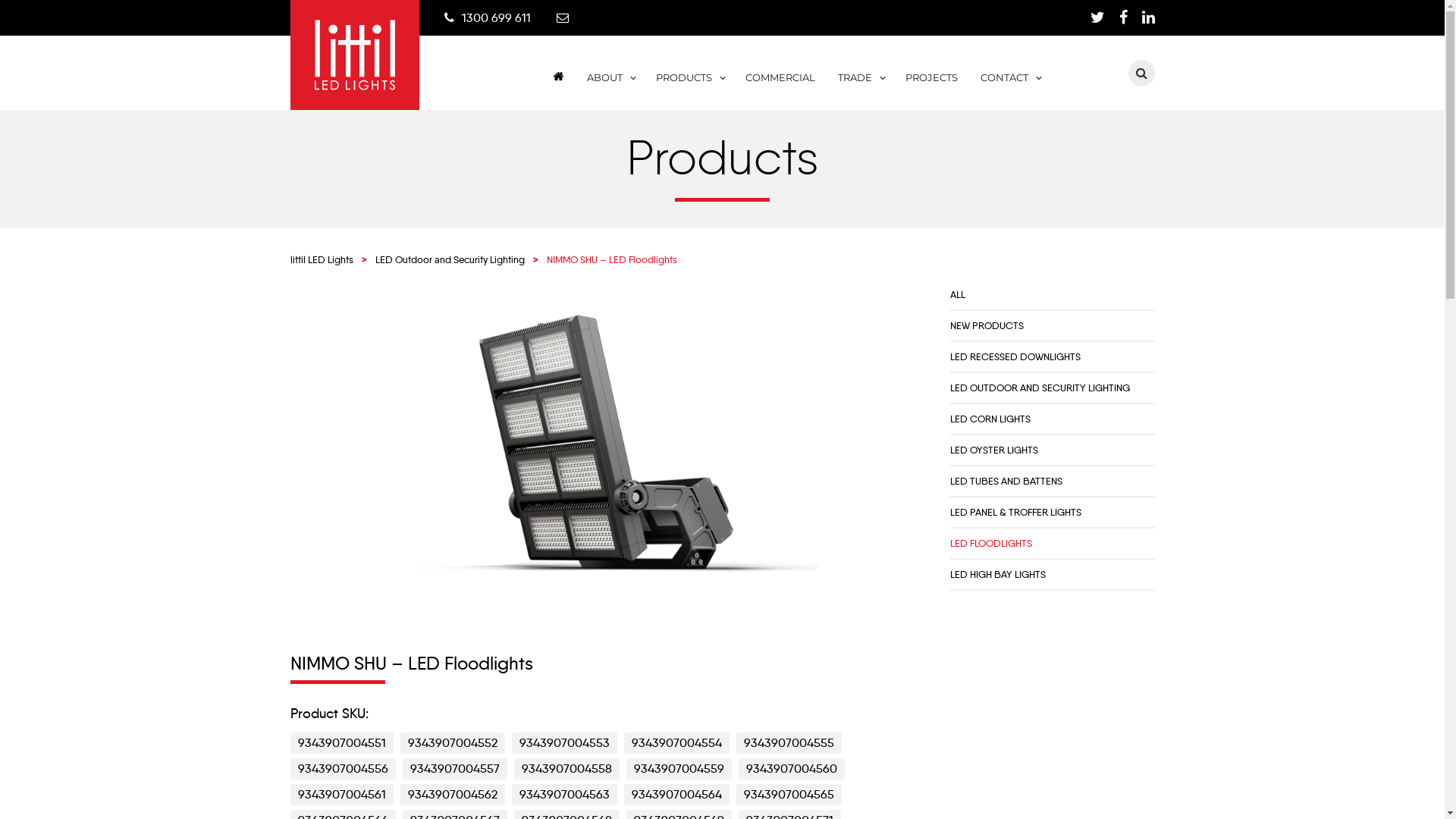 The height and width of the screenshot is (819, 1456). What do you see at coordinates (1005, 480) in the screenshot?
I see `'LED TUBES AND BATTENS'` at bounding box center [1005, 480].